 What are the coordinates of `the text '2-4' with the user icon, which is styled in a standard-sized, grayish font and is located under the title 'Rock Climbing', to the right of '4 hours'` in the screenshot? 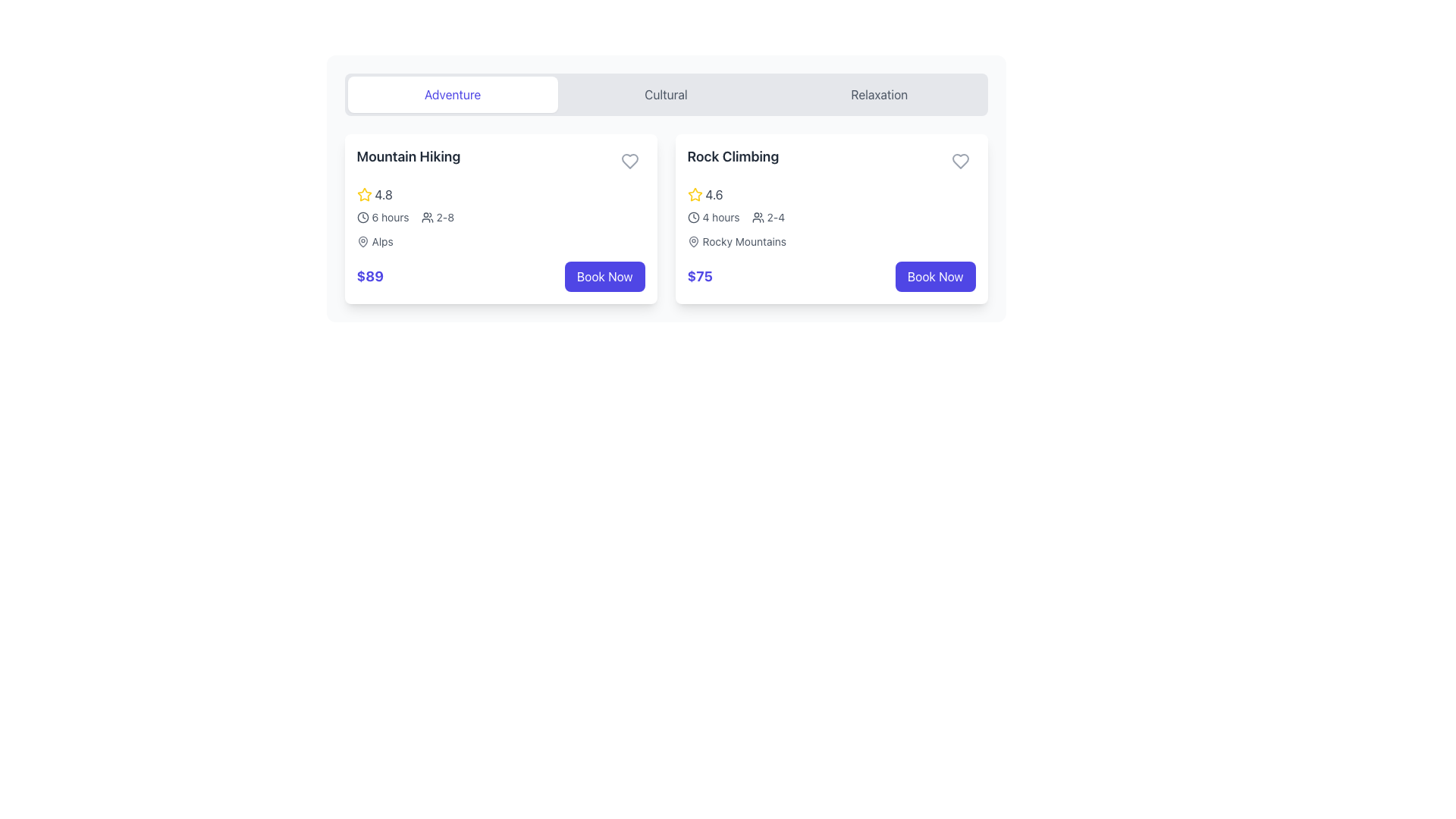 It's located at (768, 217).